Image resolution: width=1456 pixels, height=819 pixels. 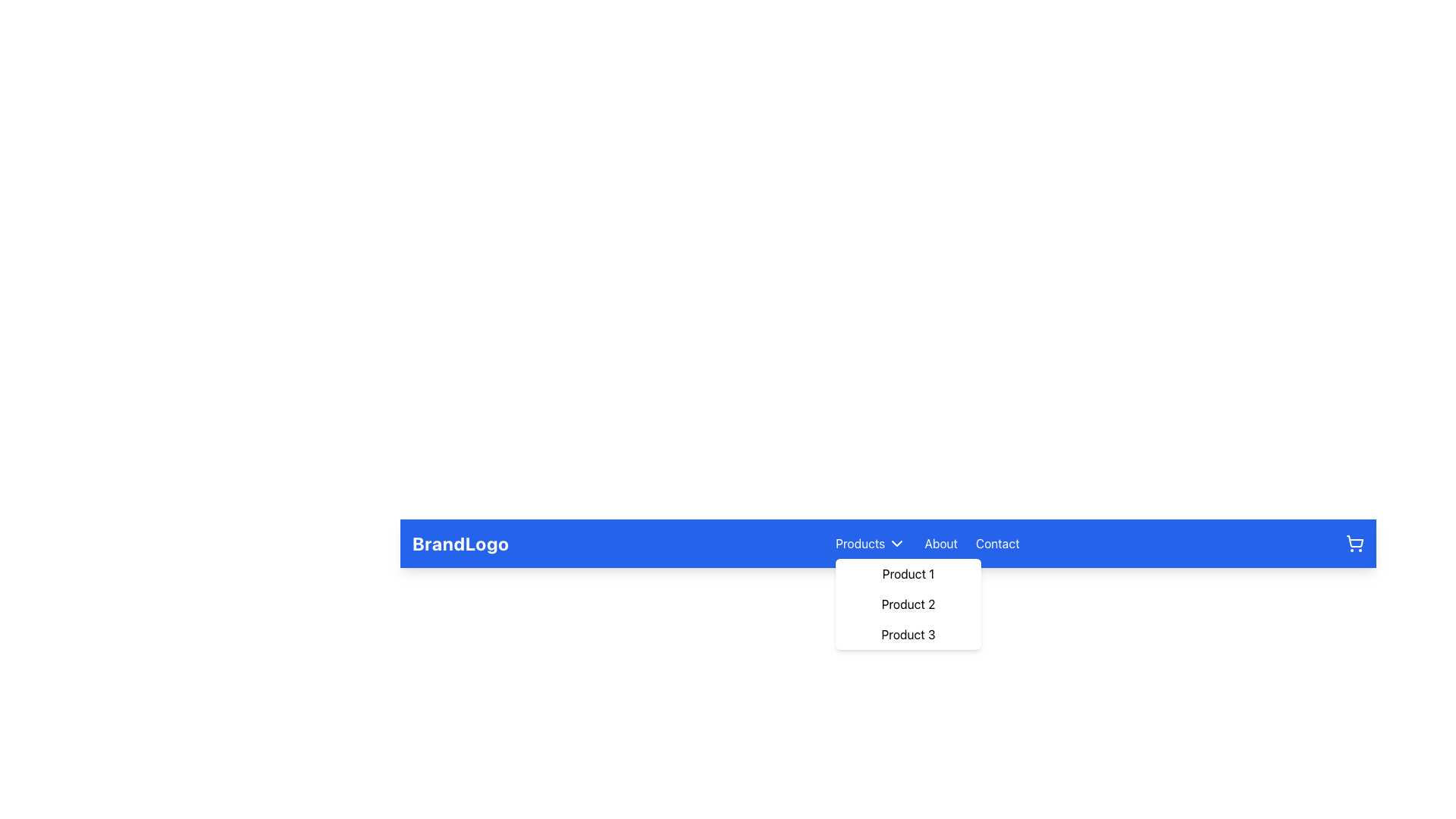 I want to click on an item in the 'Products' dropdown menu, so click(x=908, y=604).